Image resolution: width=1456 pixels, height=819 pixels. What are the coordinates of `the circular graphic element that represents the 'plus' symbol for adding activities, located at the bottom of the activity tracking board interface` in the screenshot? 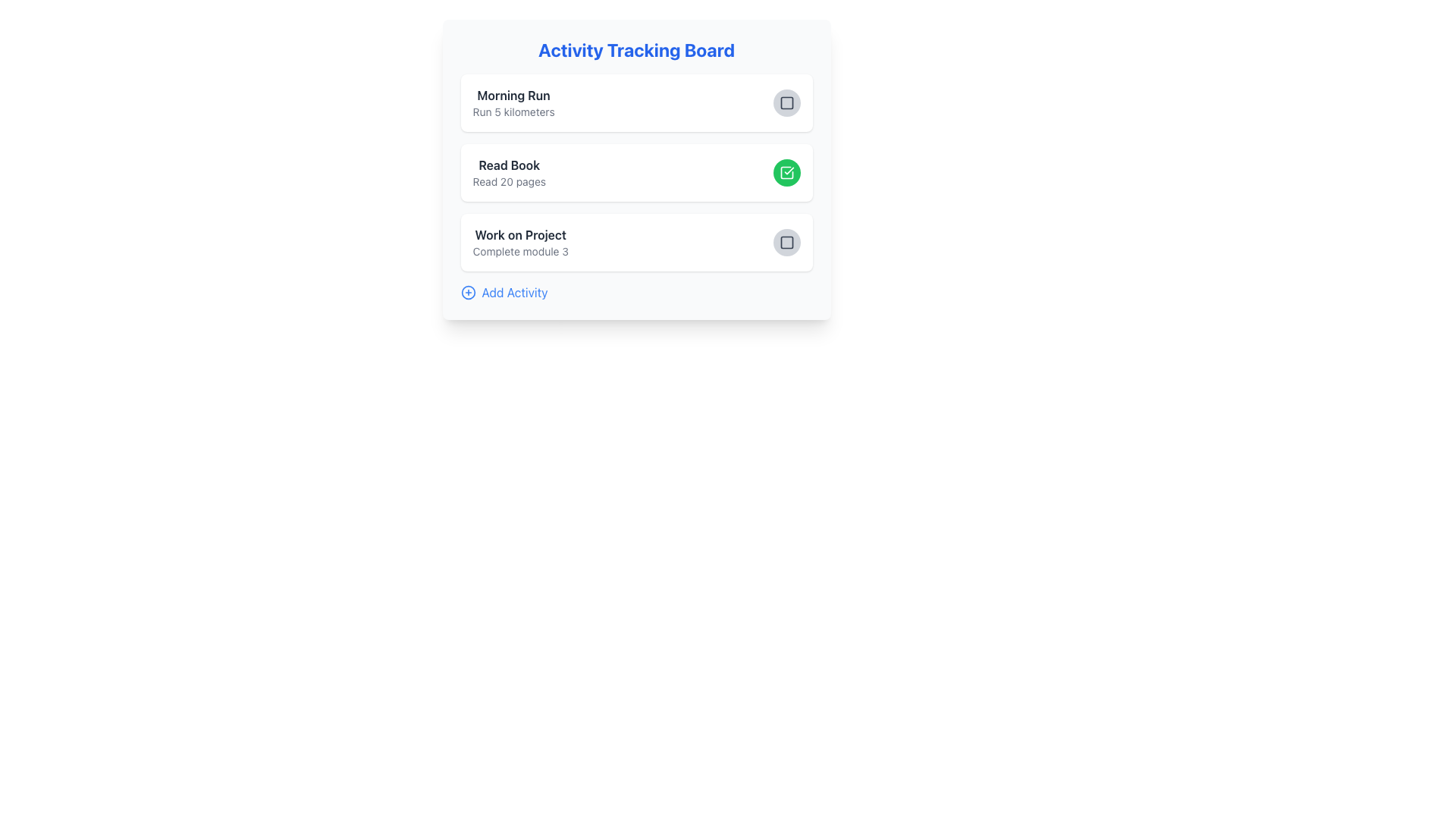 It's located at (467, 292).